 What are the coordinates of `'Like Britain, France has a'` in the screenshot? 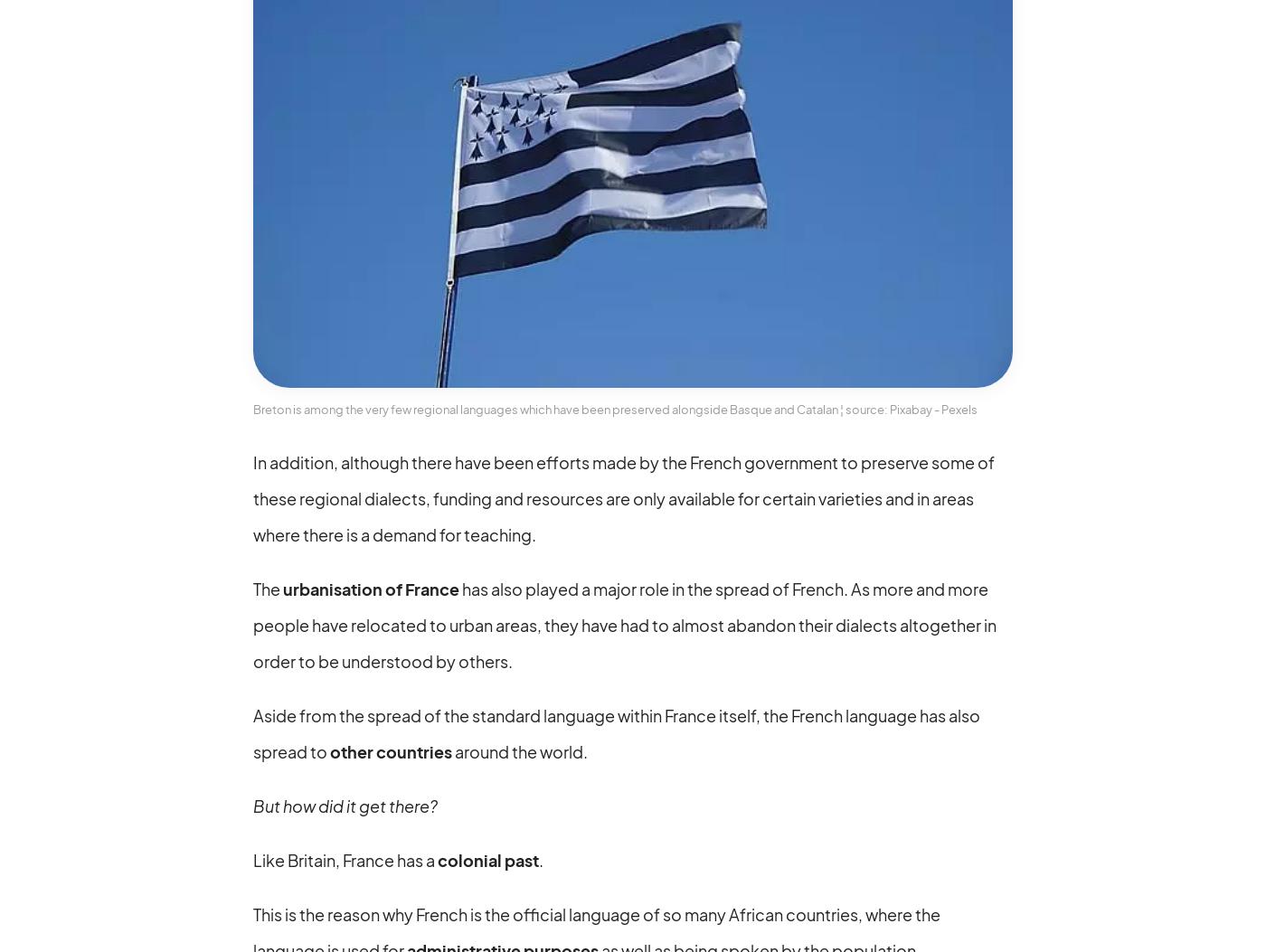 It's located at (345, 858).